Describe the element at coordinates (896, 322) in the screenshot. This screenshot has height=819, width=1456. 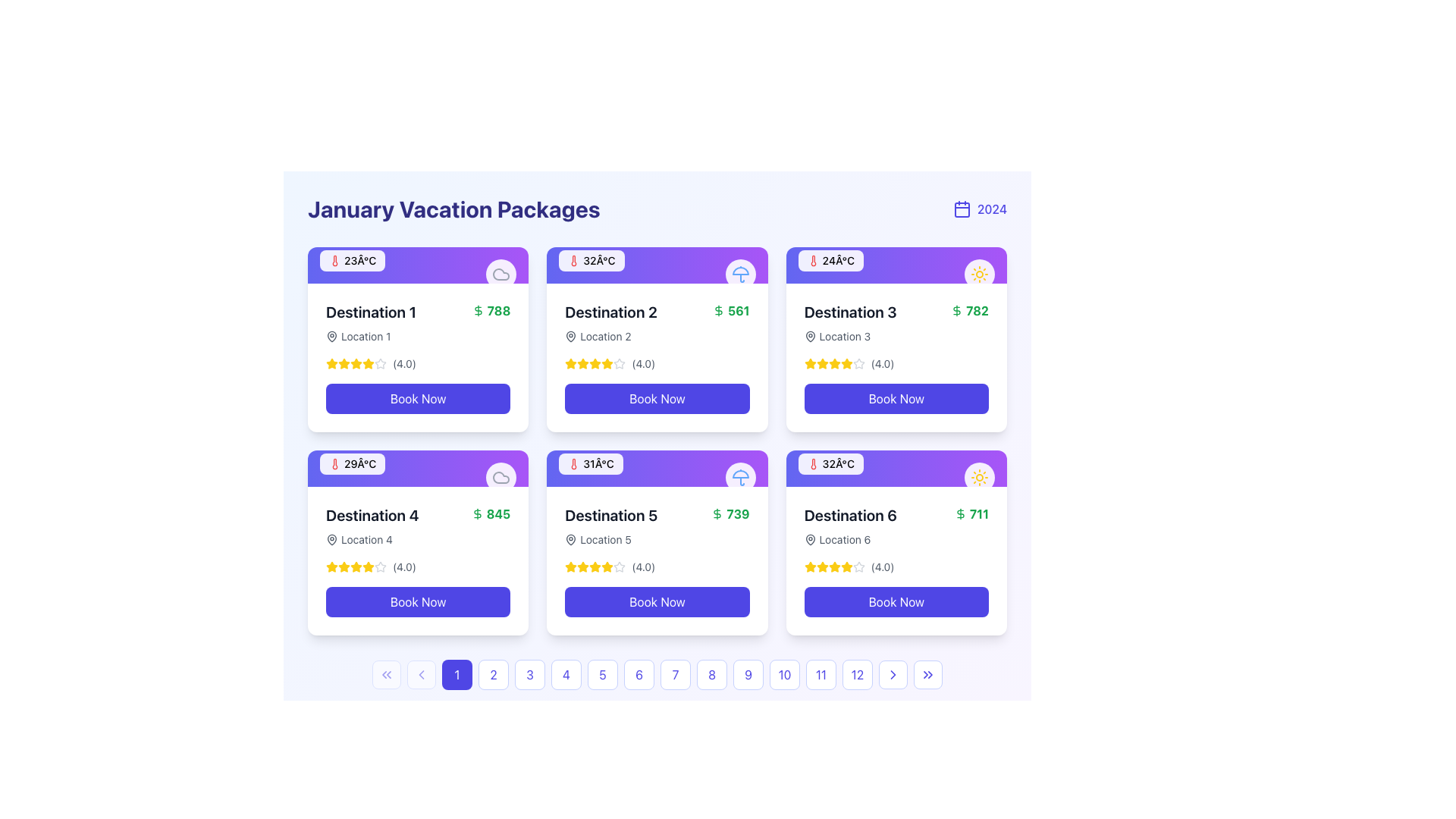
I see `the informational component displaying details about a vacation destination, including its name, location, and price, positioned in the top section of the third card in the first row of the grid layout` at that location.